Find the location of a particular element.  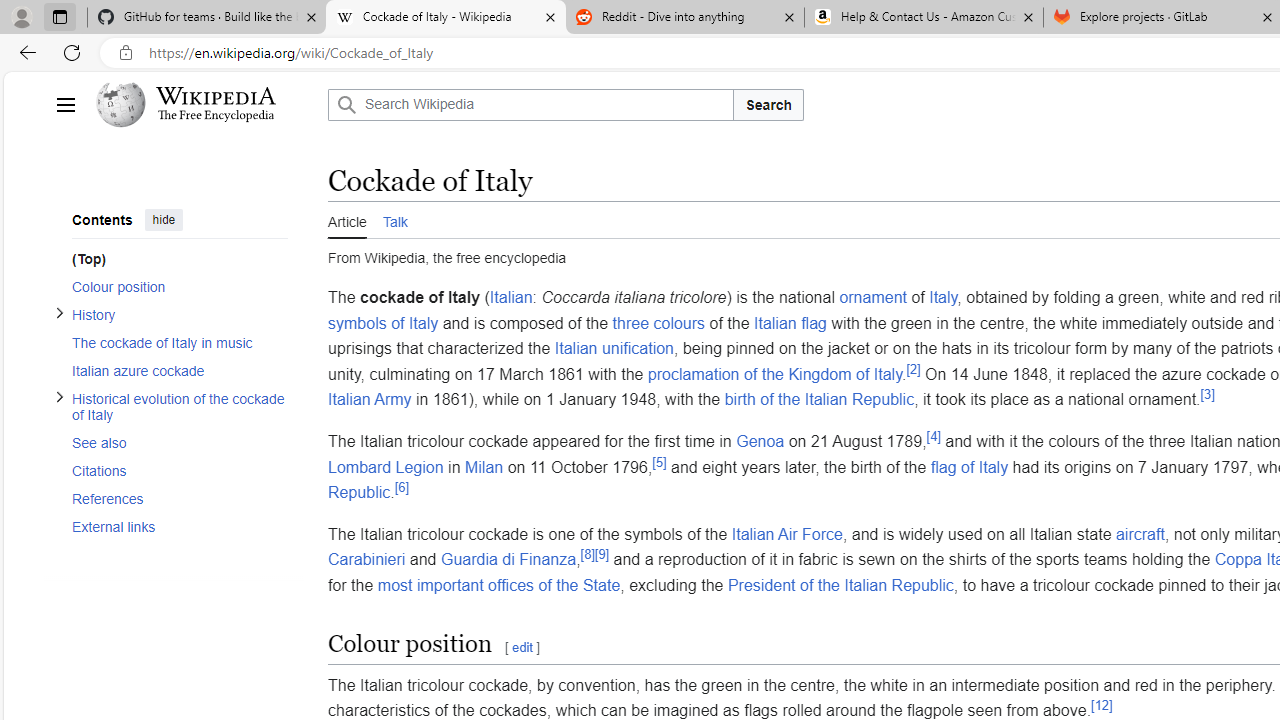

'hide' is located at coordinates (163, 219).